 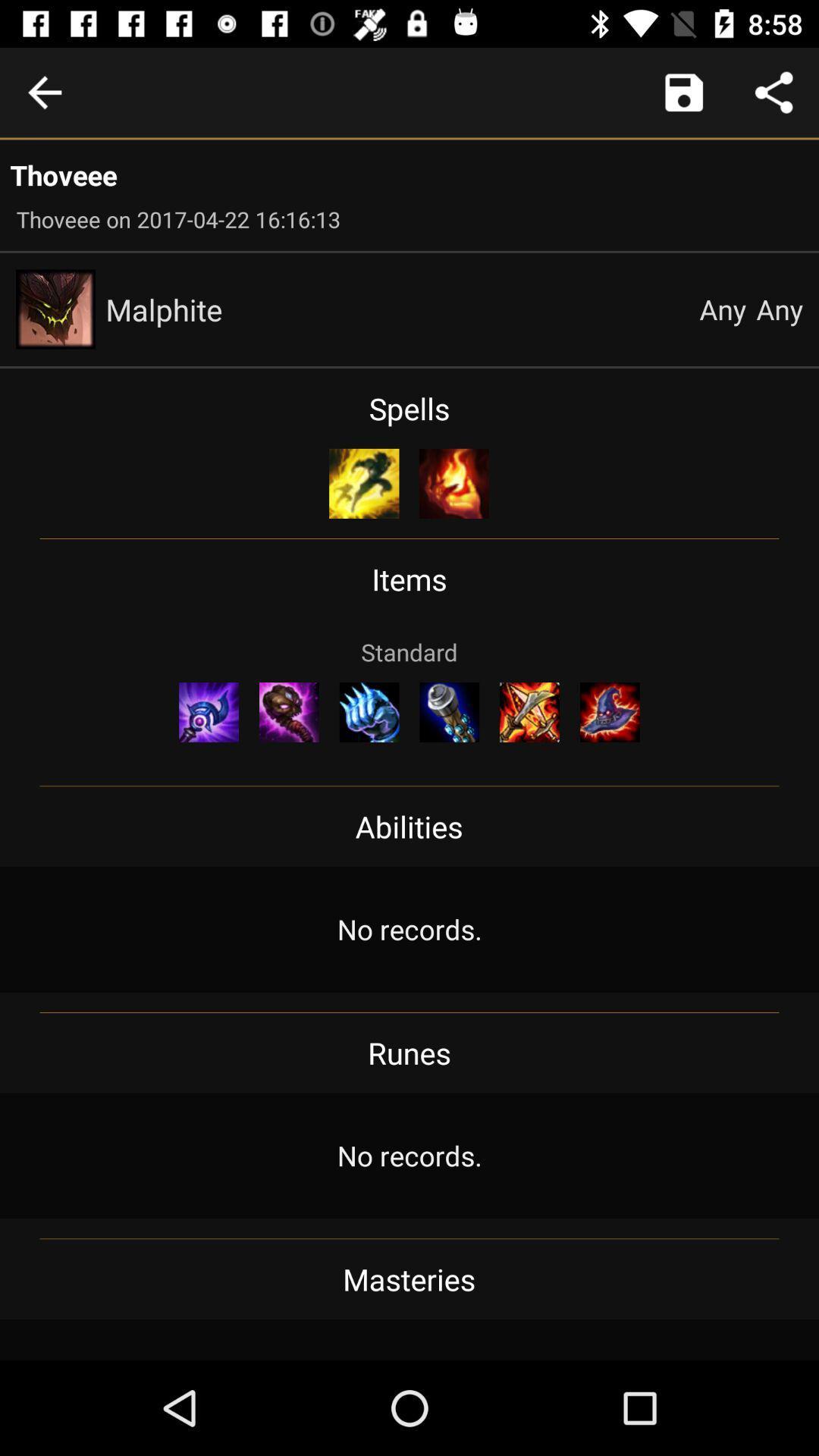 What do you see at coordinates (773, 92) in the screenshot?
I see `share the page` at bounding box center [773, 92].